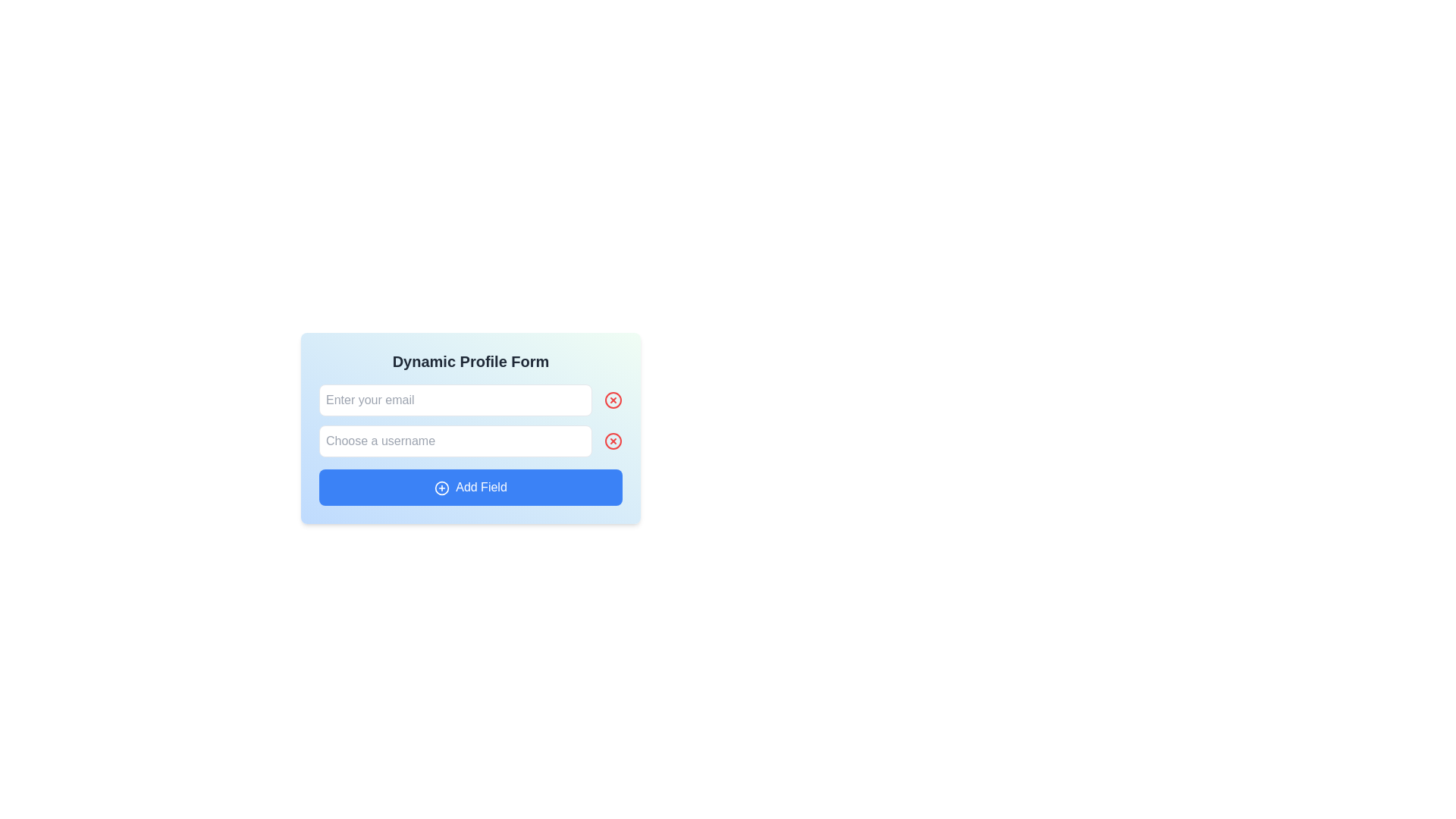 This screenshot has width=1456, height=819. I want to click on the clear or delete button located at the top-right corner of the form component, adjacent to the email input field, to reset the entered data, so click(613, 400).